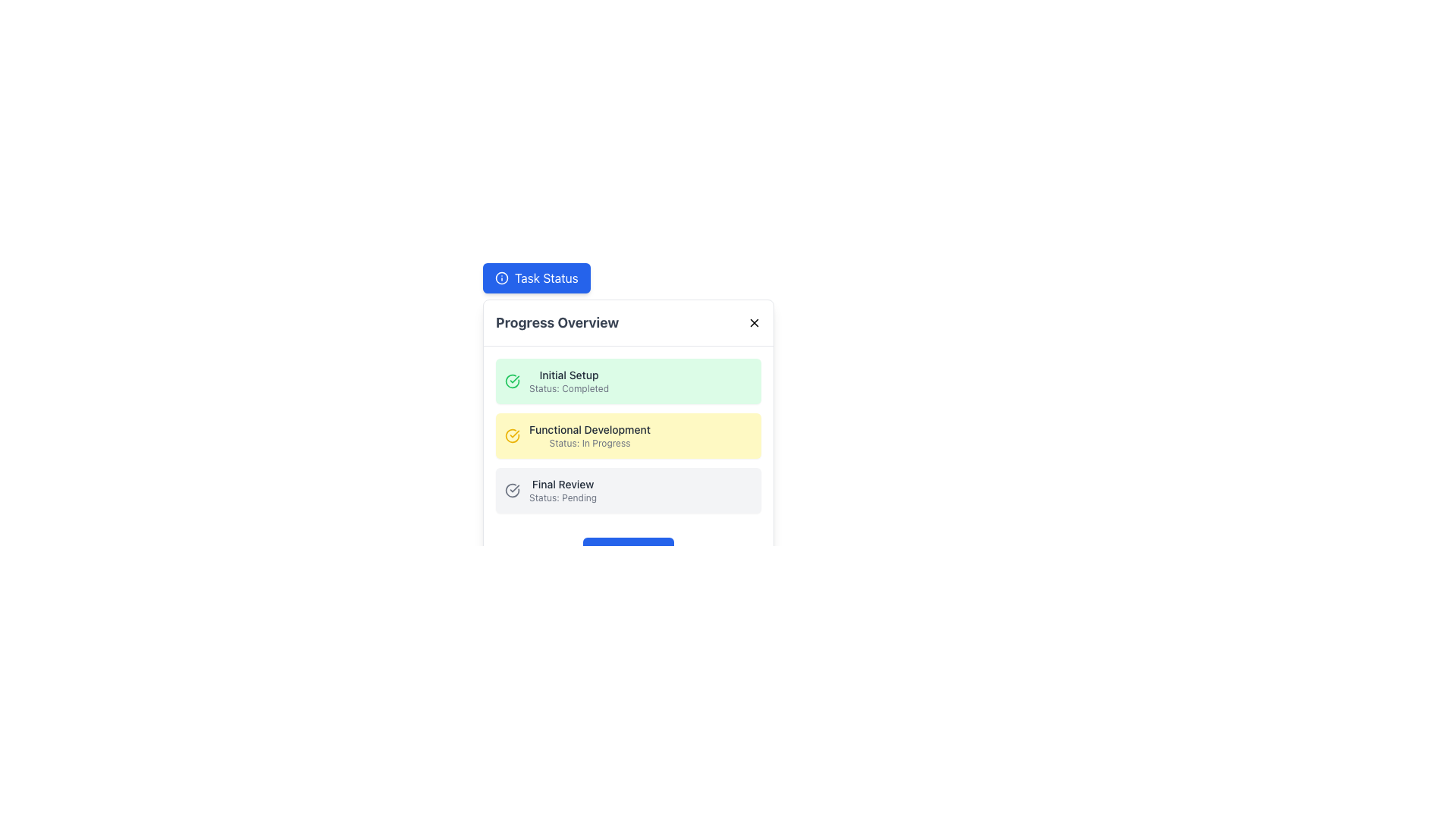 This screenshot has width=1456, height=819. I want to click on the button located at the bottom of the 'Progress Overview' dialog, so click(629, 551).